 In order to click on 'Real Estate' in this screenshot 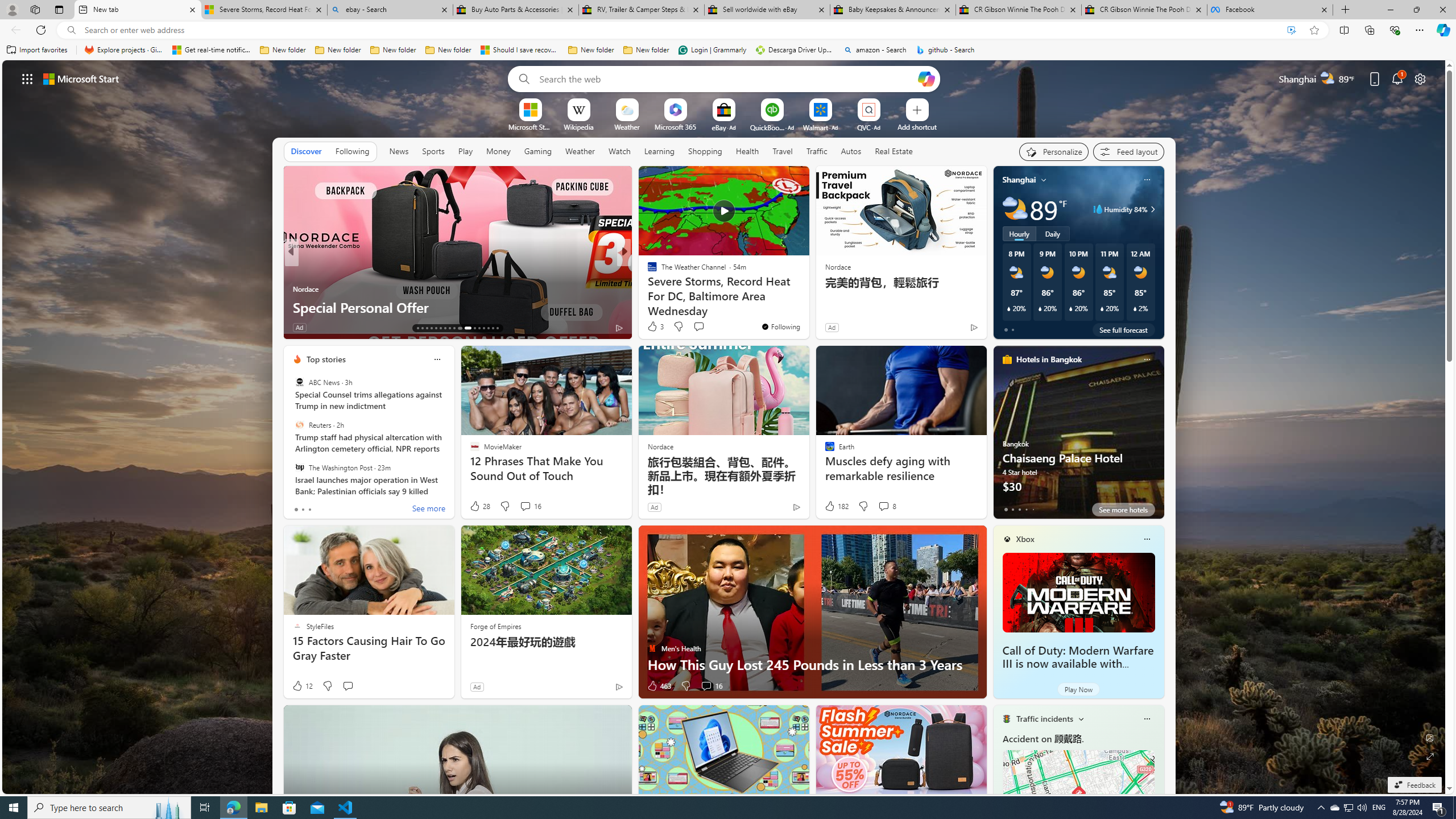, I will do `click(893, 151)`.